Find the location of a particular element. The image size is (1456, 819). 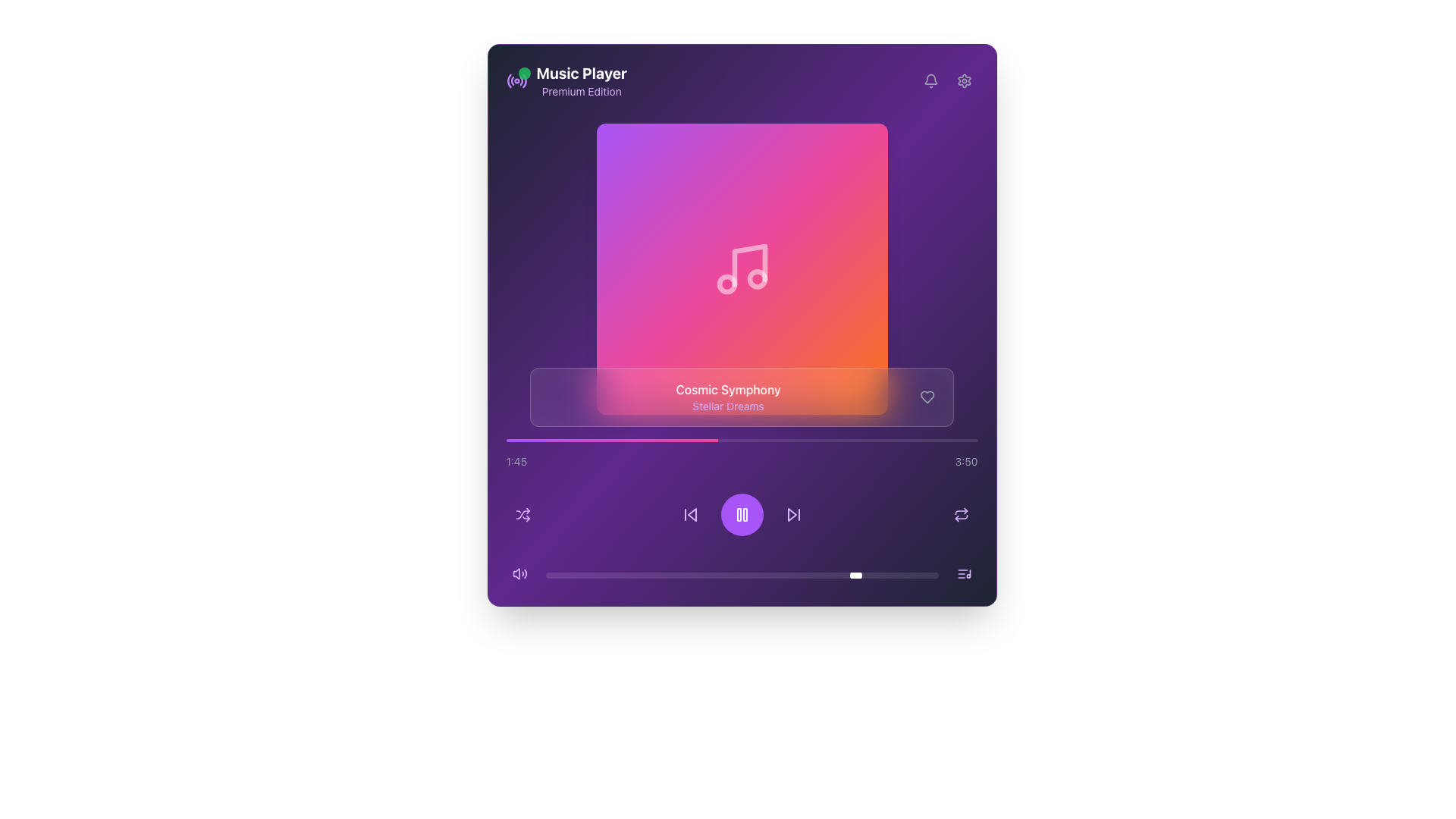

text label displaying 'Cosmic Symphony', which is centrally located beneath the album cover image and above the subtitle 'Stellar Dreams' is located at coordinates (728, 388).